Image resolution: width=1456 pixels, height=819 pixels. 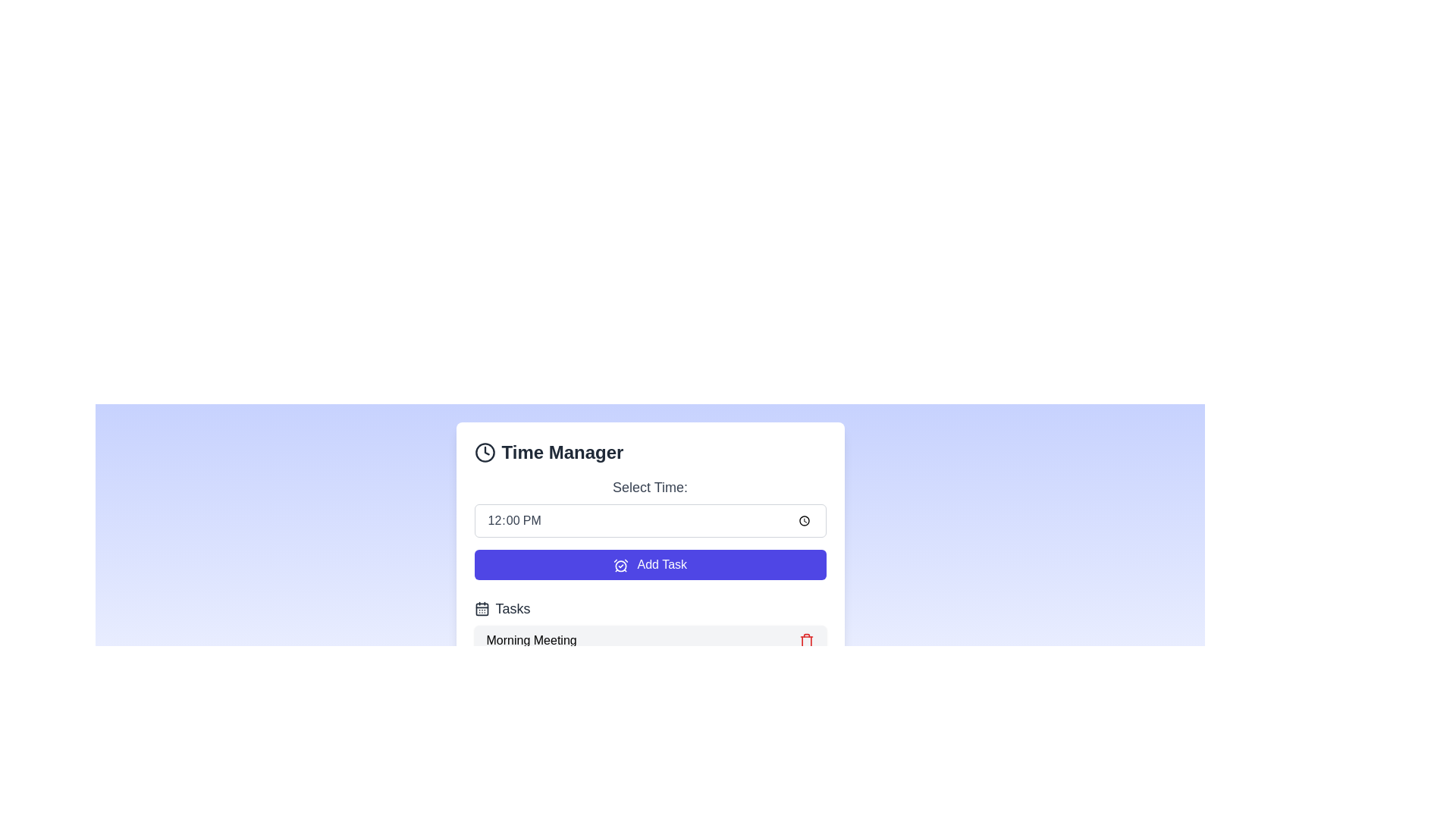 I want to click on the 'Add Task' button located within the 'Time Manager' card, positioned below the time selection input field, so click(x=650, y=564).